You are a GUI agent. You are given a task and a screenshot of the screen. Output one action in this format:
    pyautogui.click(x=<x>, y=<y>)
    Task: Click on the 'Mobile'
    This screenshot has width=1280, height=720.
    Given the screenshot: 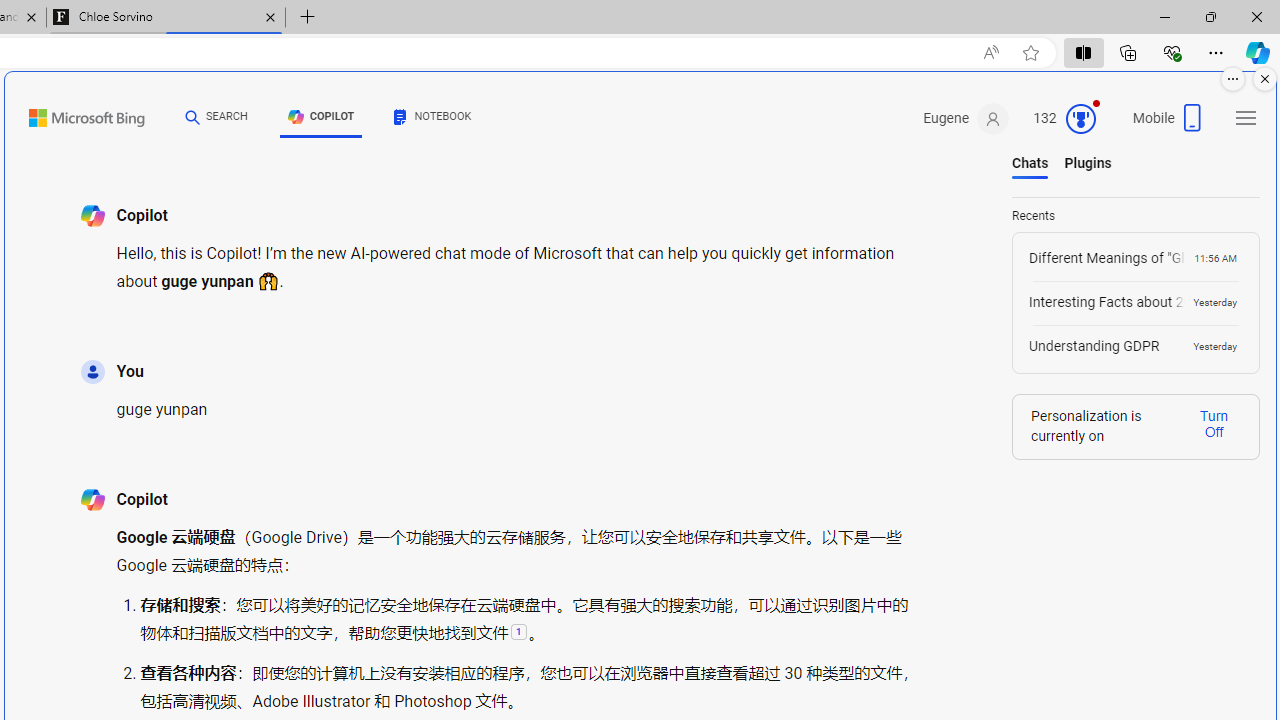 What is the action you would take?
    pyautogui.click(x=1169, y=124)
    